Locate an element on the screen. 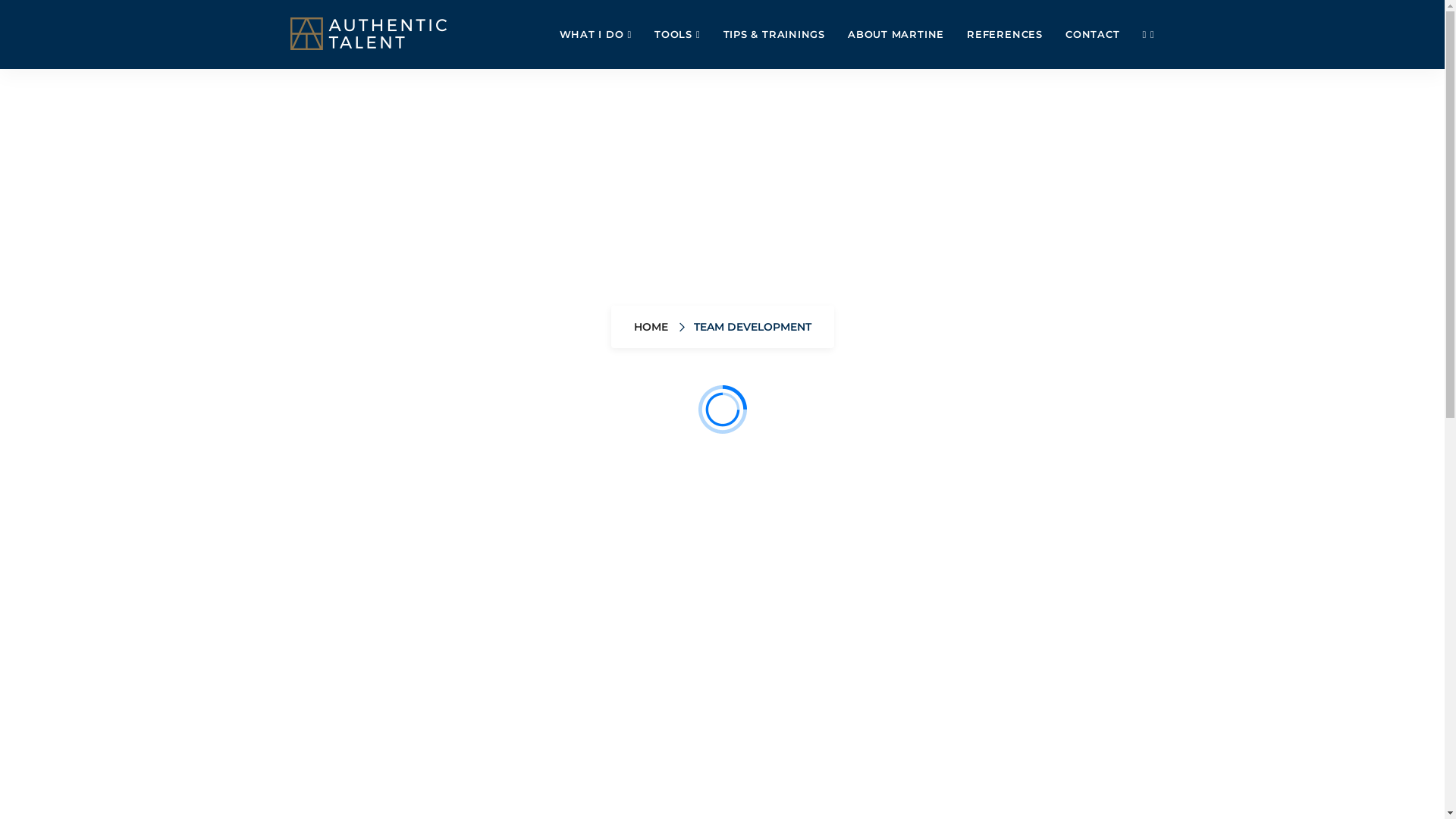  'TOOLS' is located at coordinates (643, 34).